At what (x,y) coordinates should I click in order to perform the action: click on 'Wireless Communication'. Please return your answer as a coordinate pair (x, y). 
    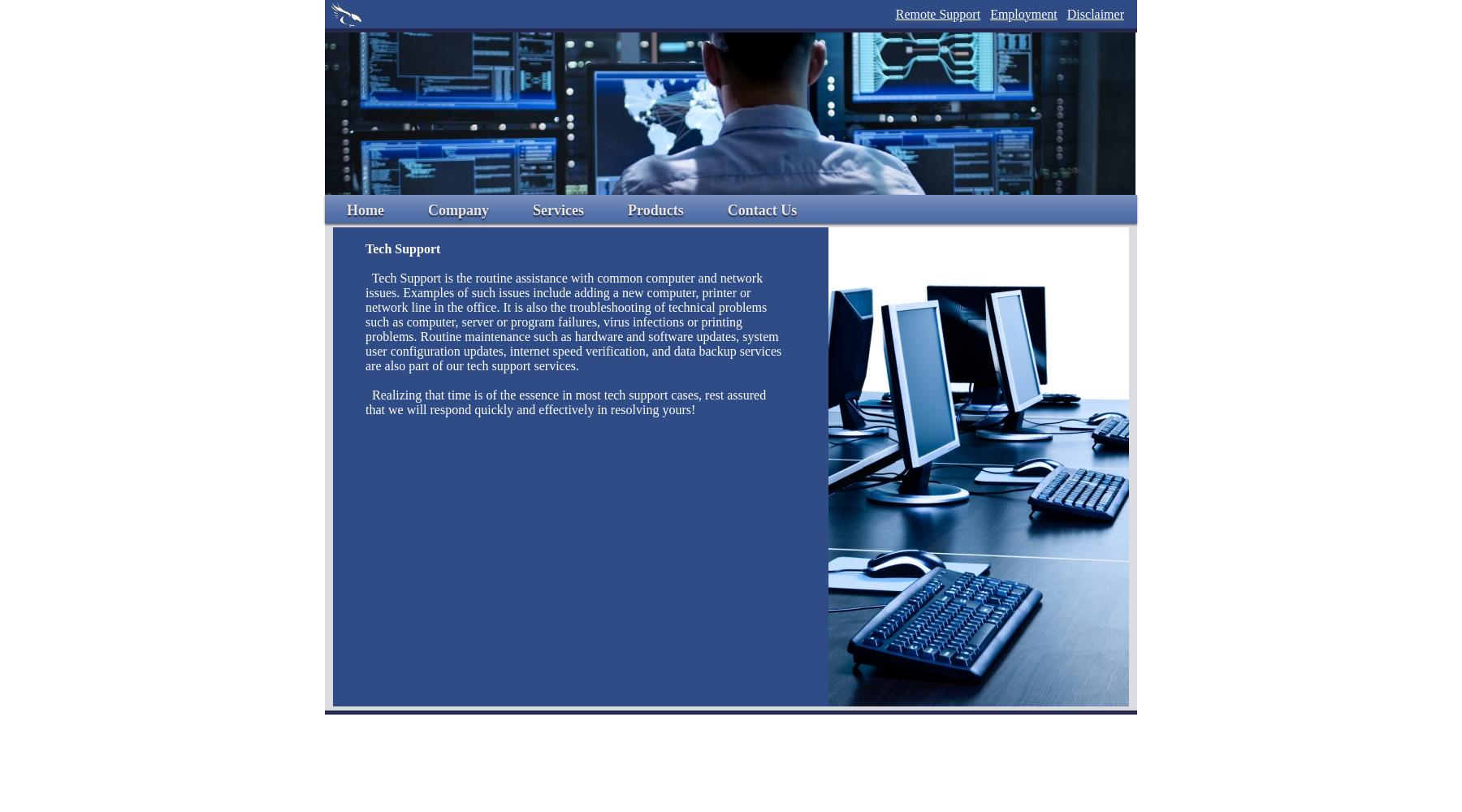
    Looking at the image, I should click on (534, 300).